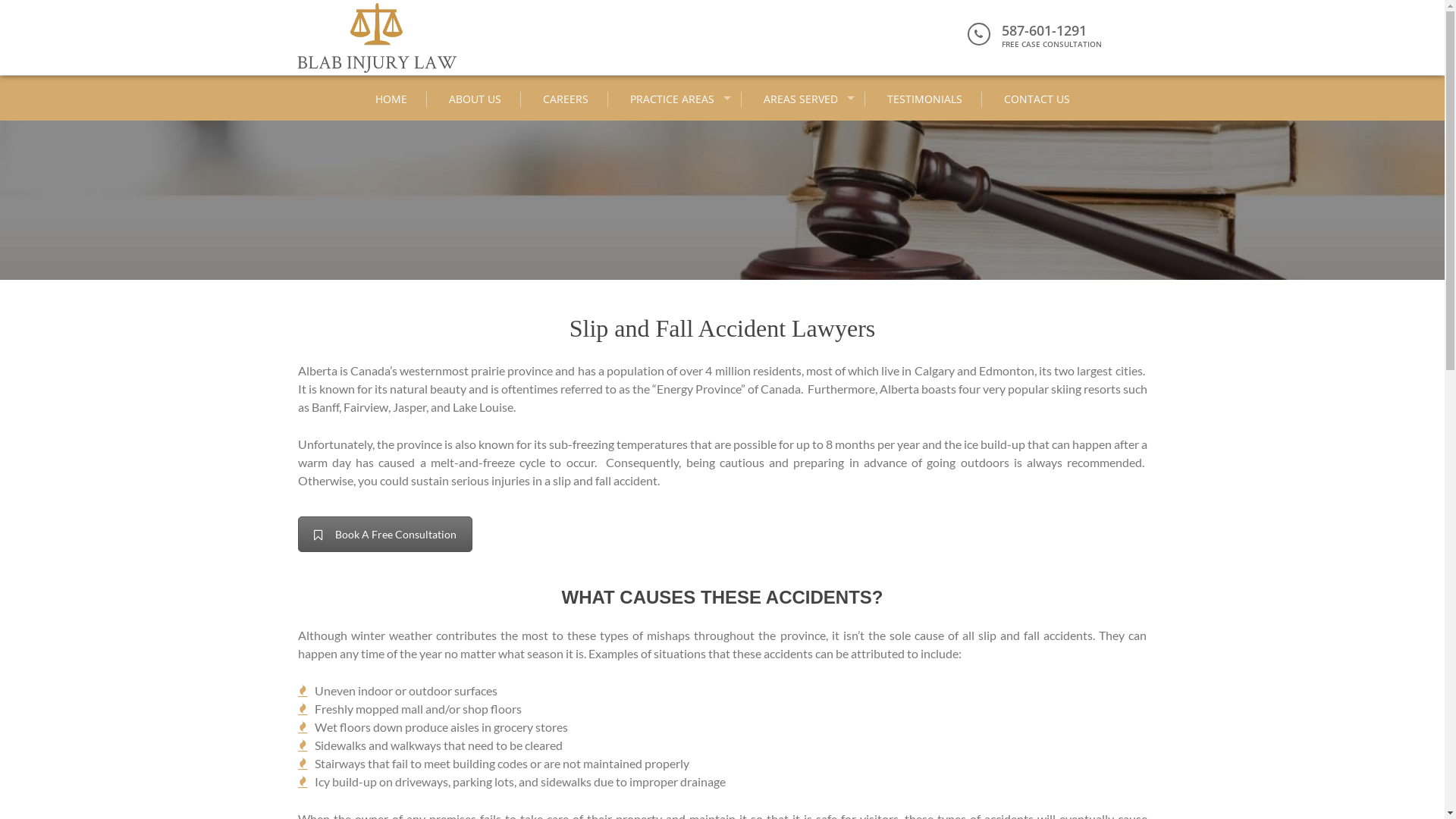 The image size is (1456, 819). What do you see at coordinates (564, 99) in the screenshot?
I see `'CAREERS'` at bounding box center [564, 99].